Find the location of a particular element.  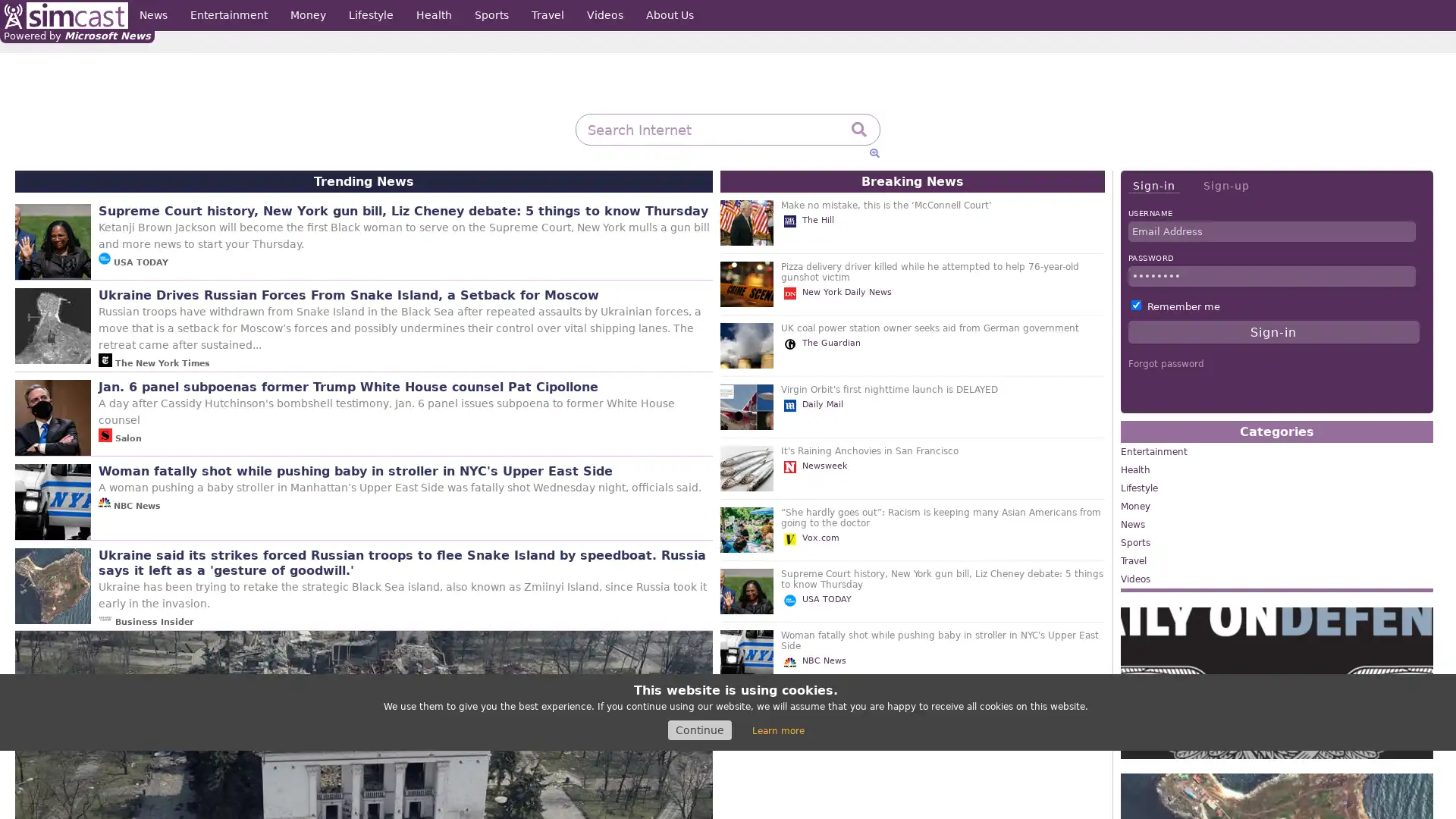

Sign-in is located at coordinates (1273, 331).